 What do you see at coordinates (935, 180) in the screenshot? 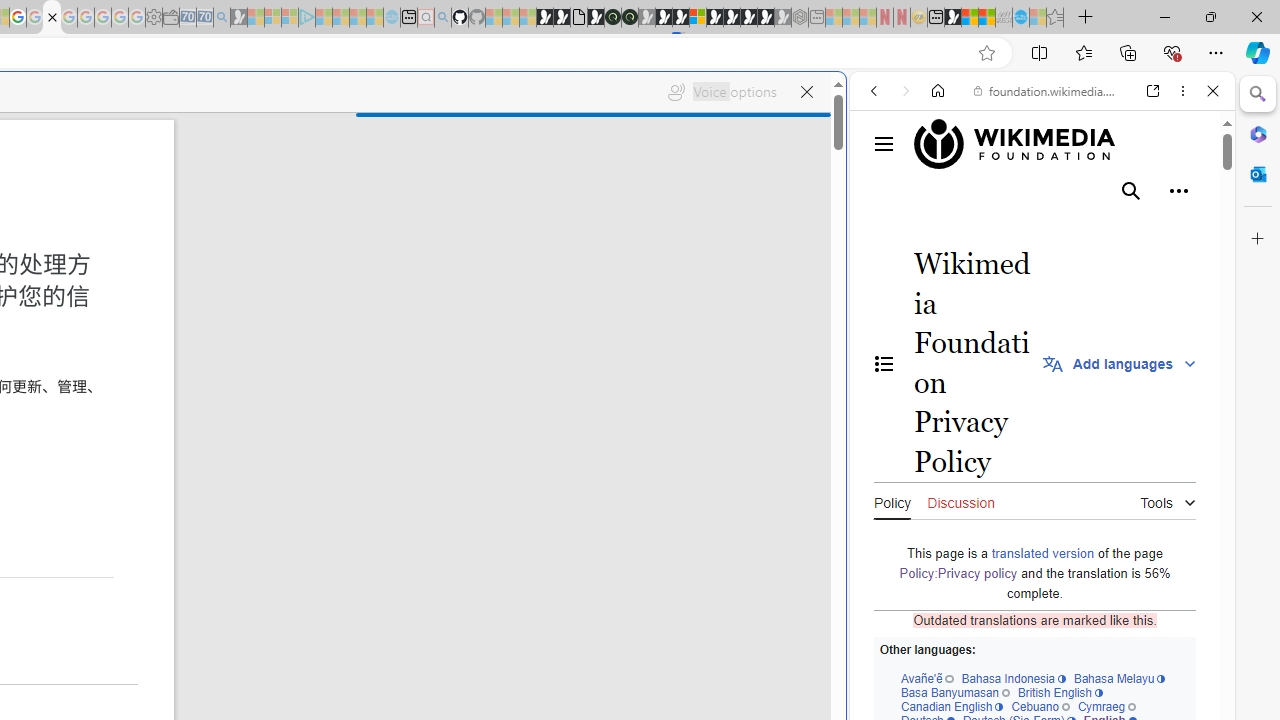
I see `'This site scope'` at bounding box center [935, 180].